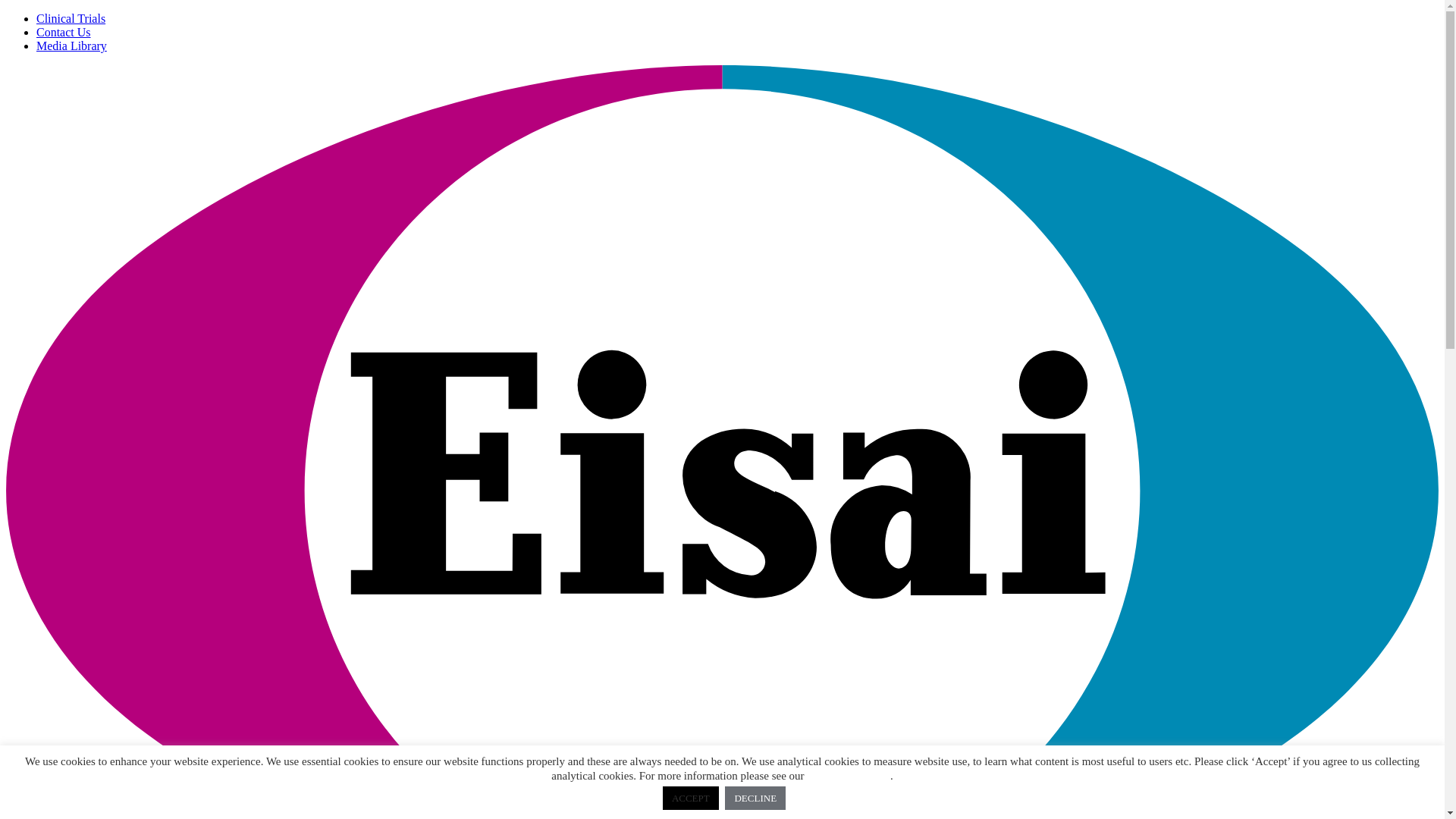  Describe the element at coordinates (847, 775) in the screenshot. I see `'Privacy Statement'` at that location.